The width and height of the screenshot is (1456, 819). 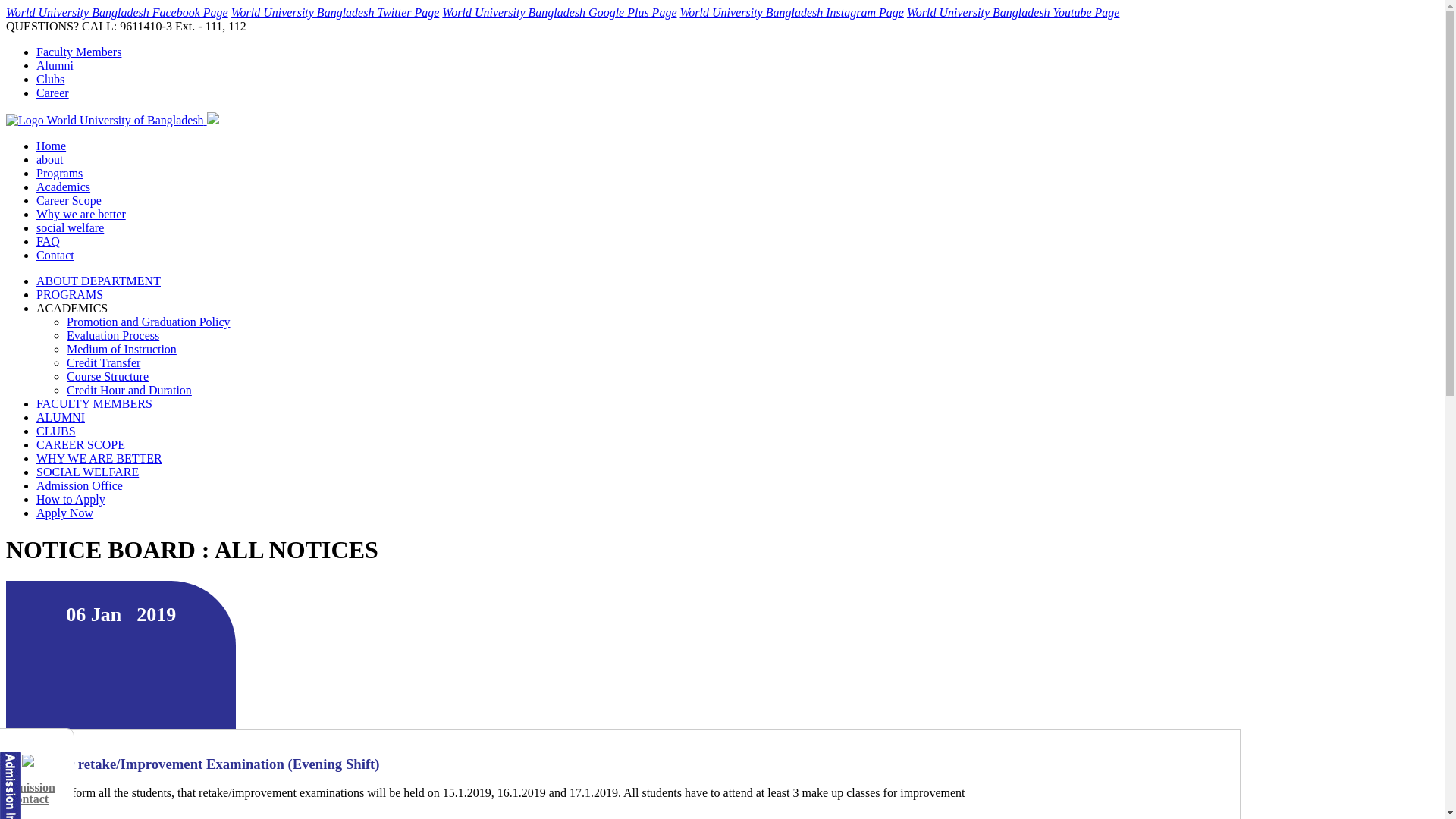 I want to click on 'FACULTY MEMBERS', so click(x=93, y=403).